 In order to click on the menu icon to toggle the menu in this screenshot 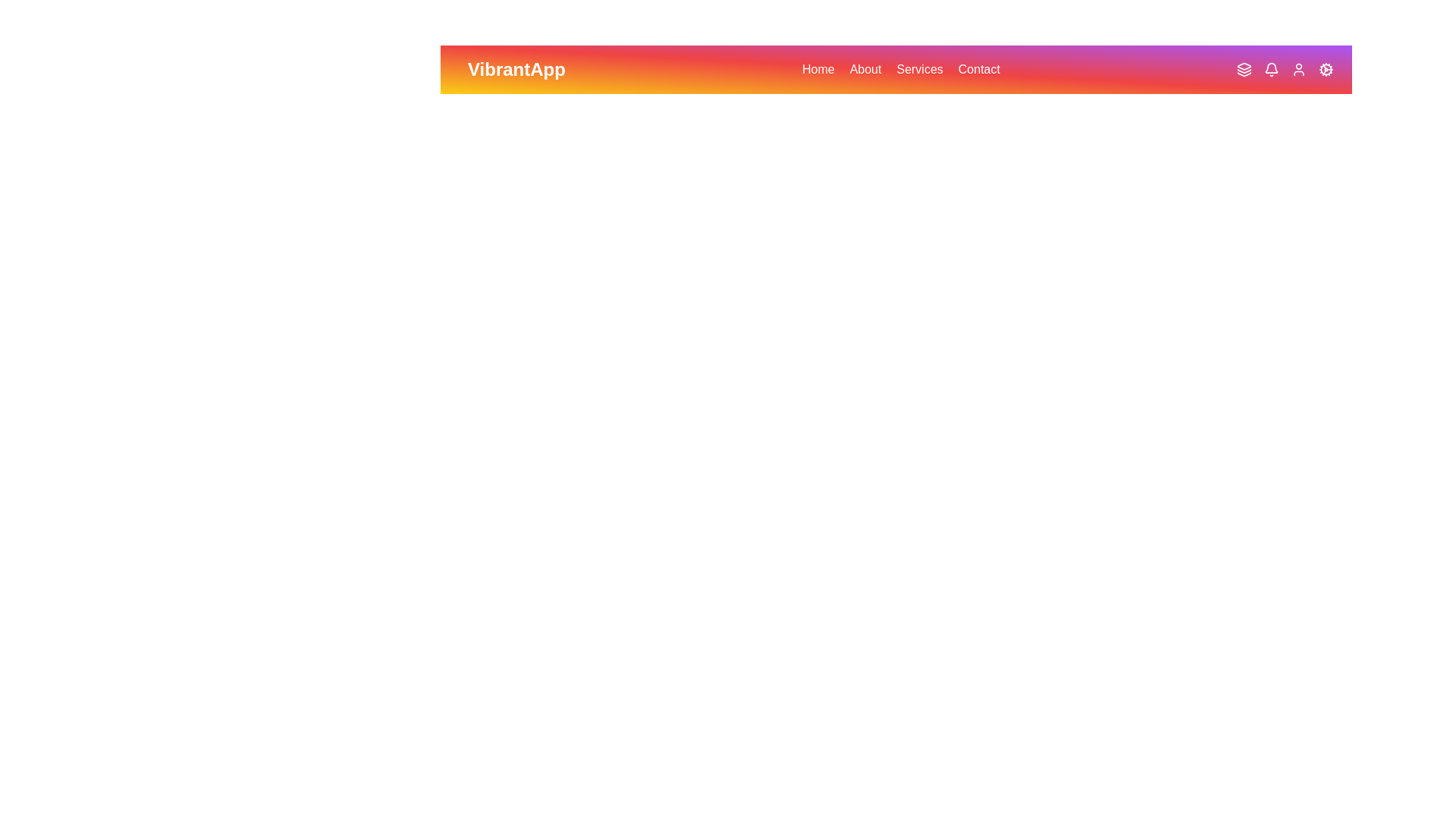, I will do `click(457, 57)`.